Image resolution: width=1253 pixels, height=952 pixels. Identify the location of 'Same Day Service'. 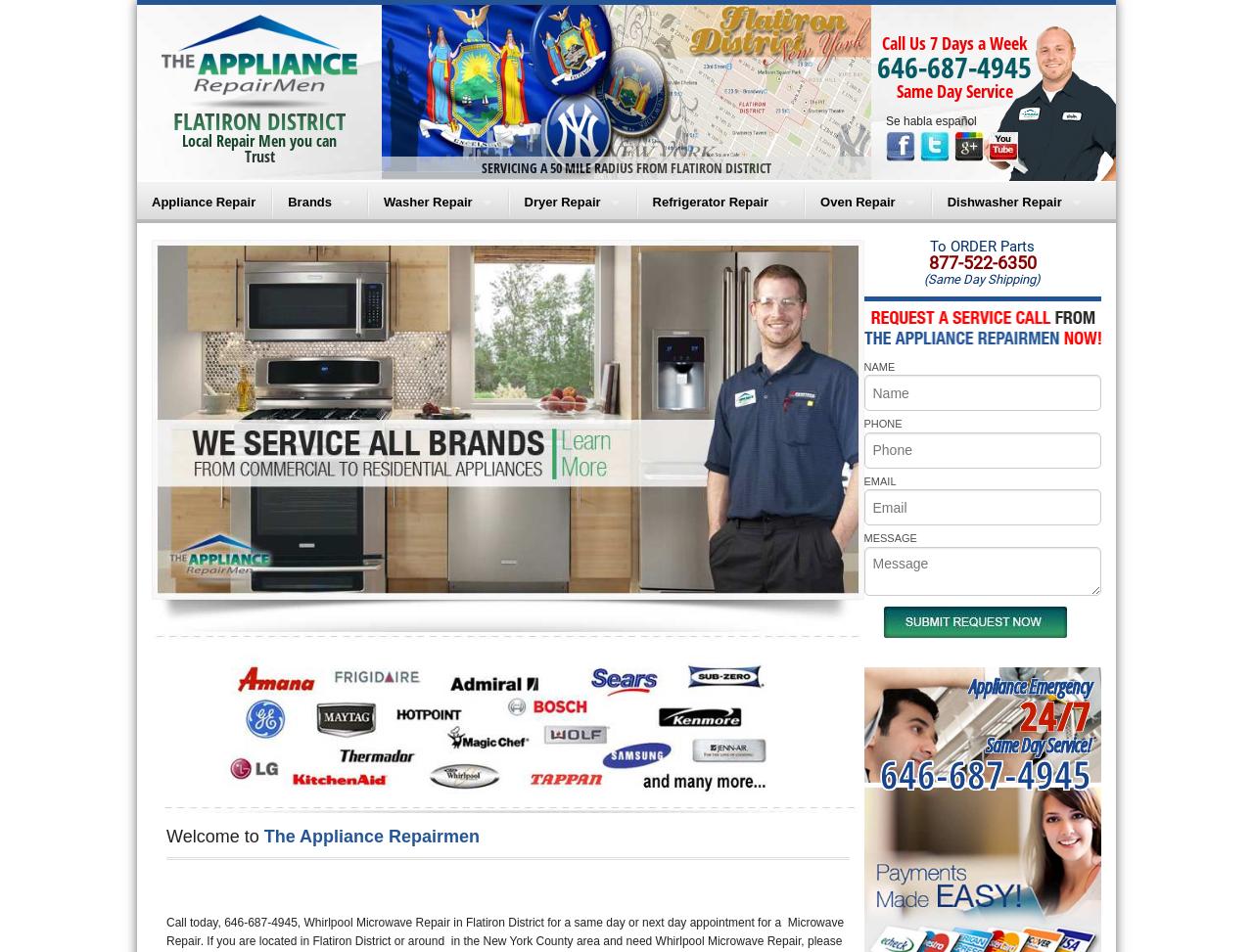
(894, 90).